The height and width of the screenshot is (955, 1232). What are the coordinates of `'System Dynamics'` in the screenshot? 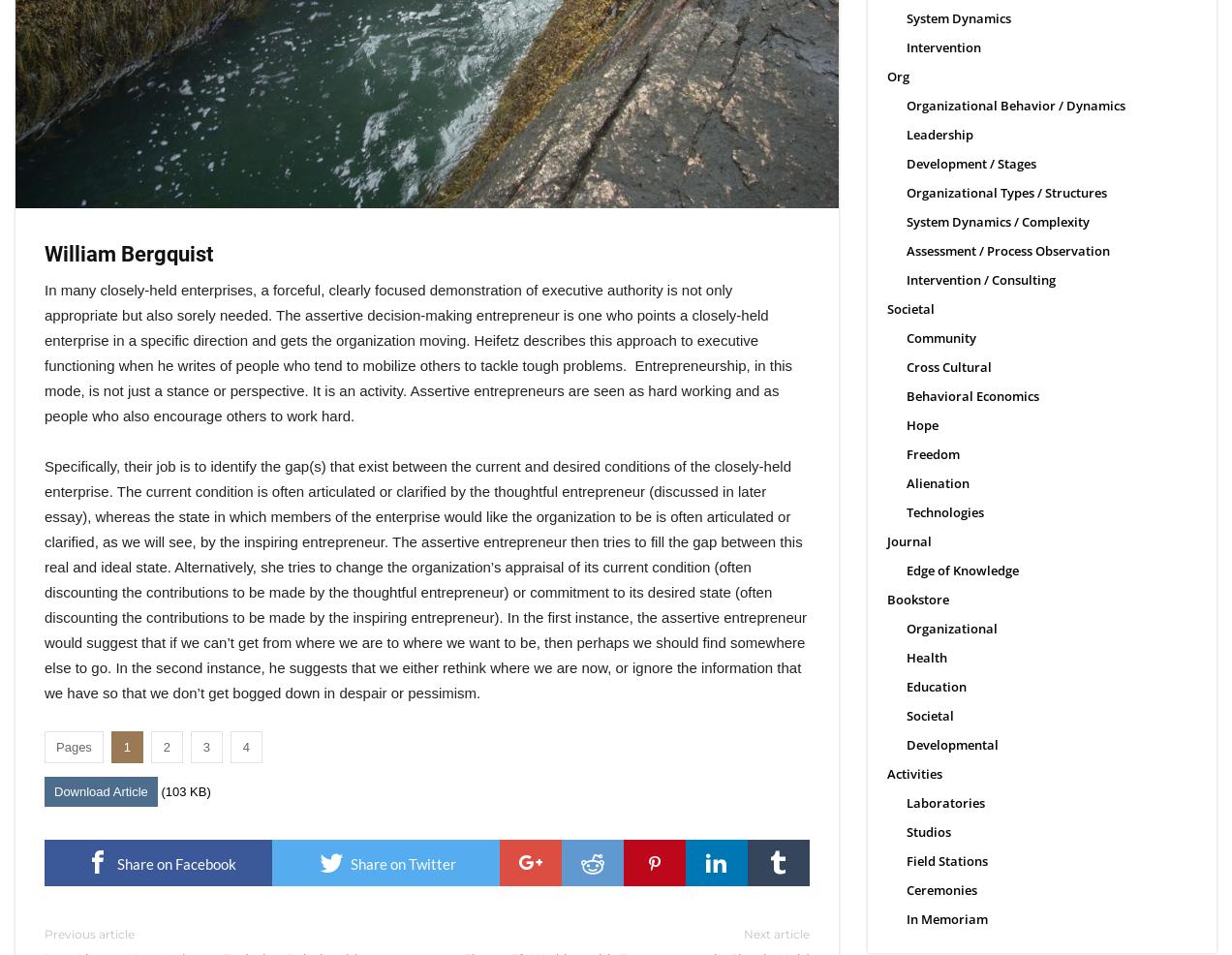 It's located at (957, 17).